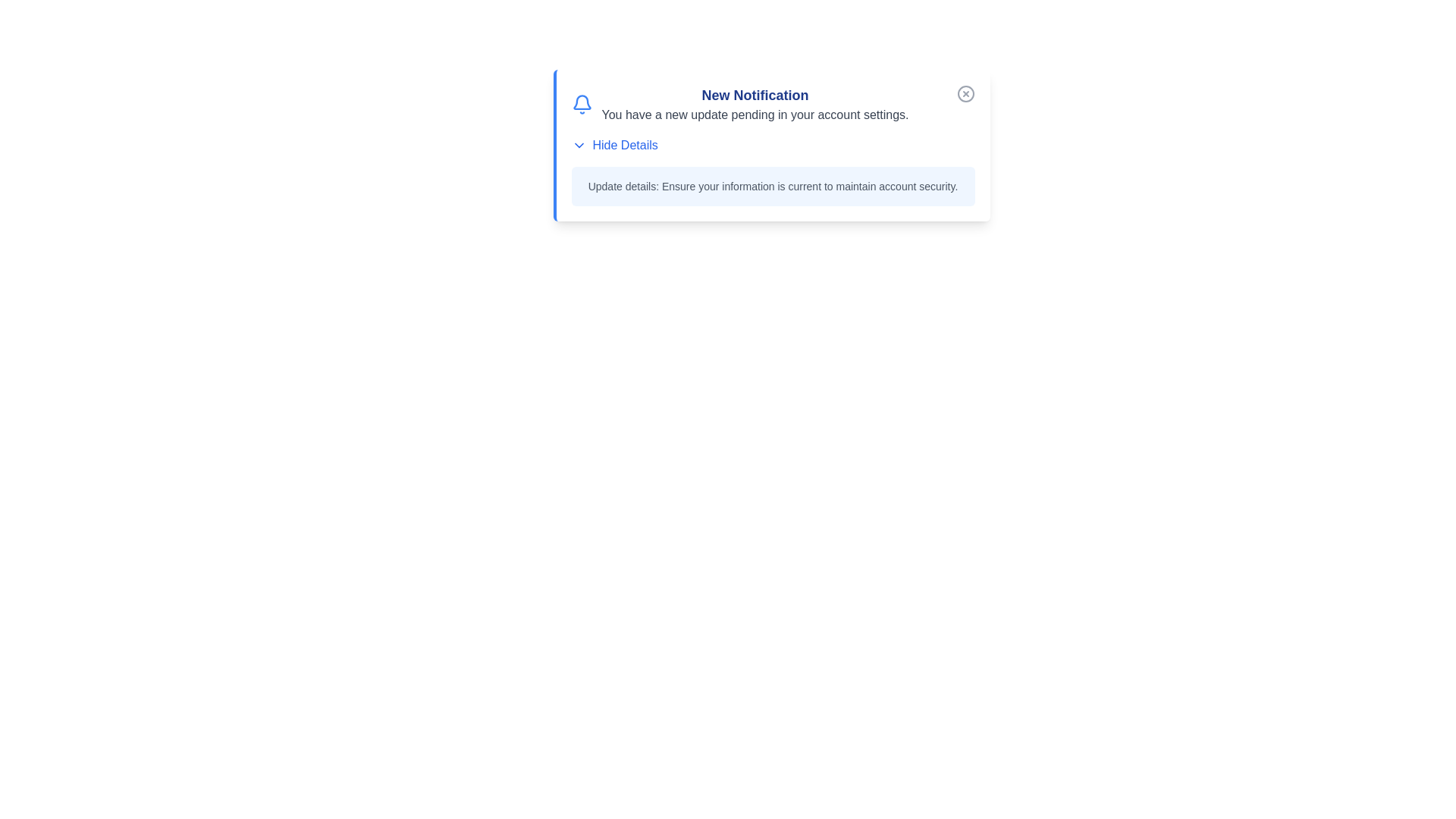 This screenshot has height=819, width=1456. Describe the element at coordinates (739, 104) in the screenshot. I see `text from the notification header displayed in the Text block with icon, which is centered at the top of a white card with a blue outline` at that location.